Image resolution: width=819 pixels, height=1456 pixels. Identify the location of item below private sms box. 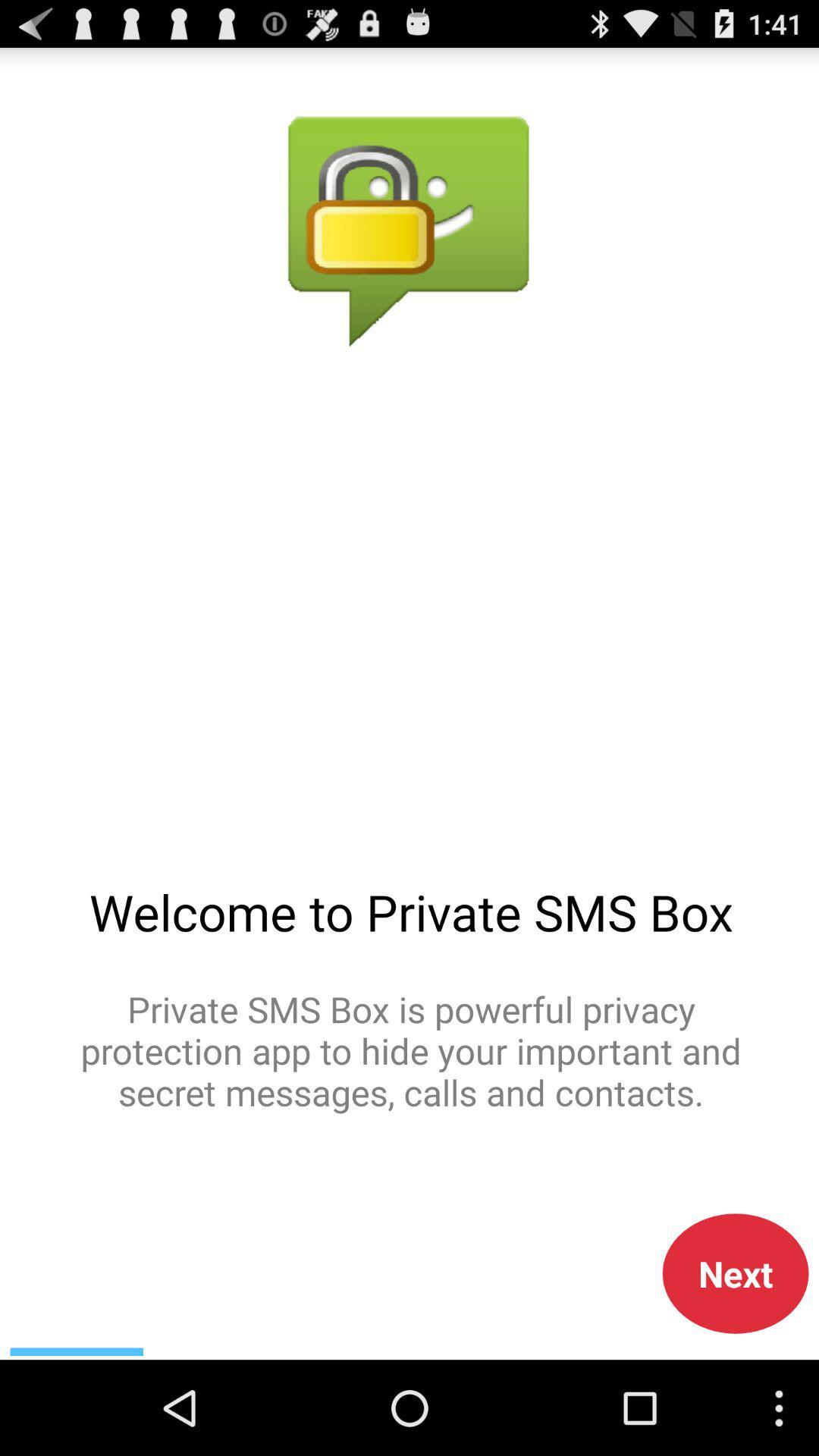
(735, 1273).